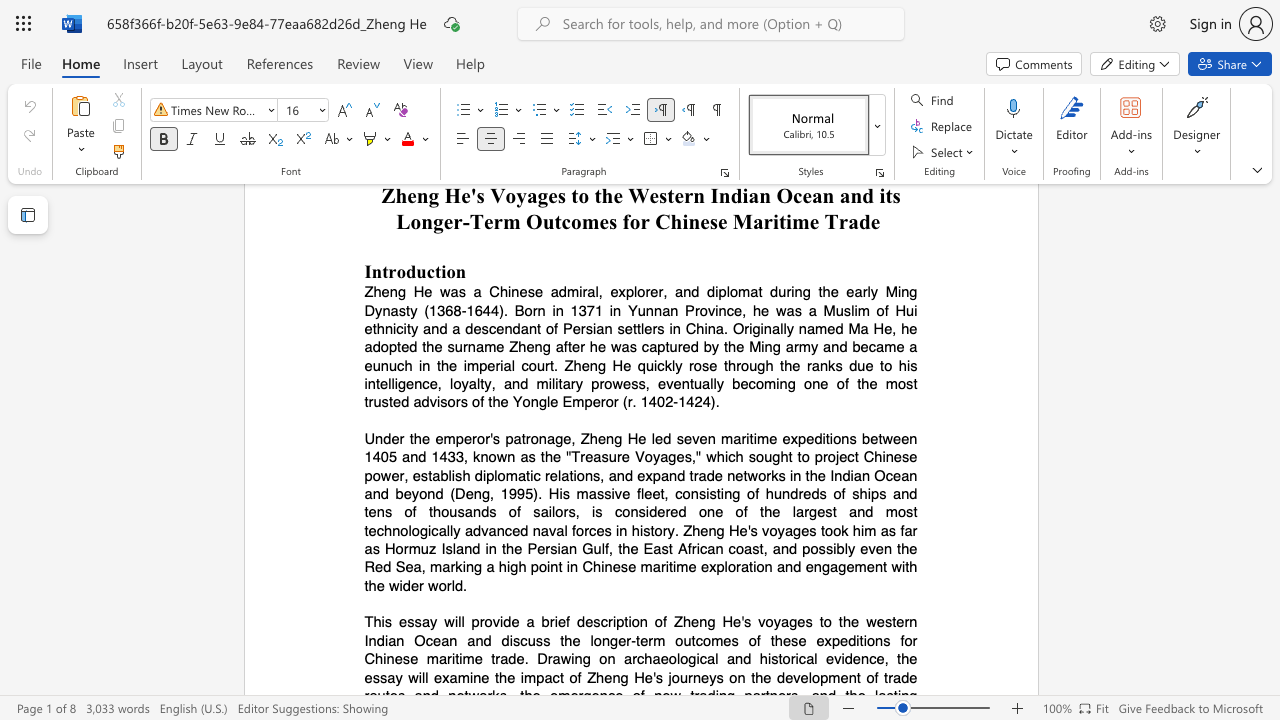 The image size is (1280, 720). I want to click on the subset text "ages to the West" within the text "Zheng He", so click(526, 195).